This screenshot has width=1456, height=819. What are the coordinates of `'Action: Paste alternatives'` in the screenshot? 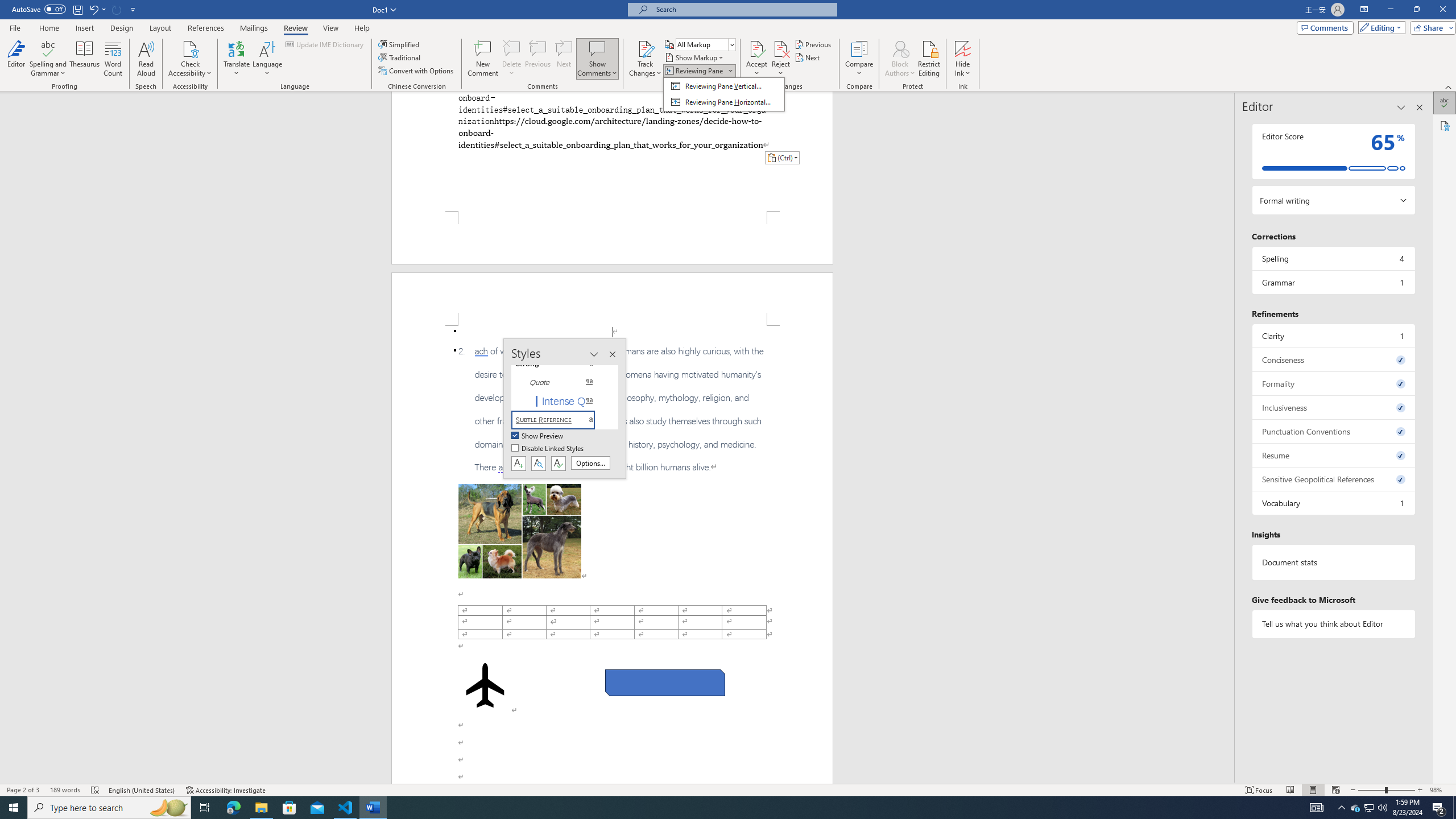 It's located at (781, 157).